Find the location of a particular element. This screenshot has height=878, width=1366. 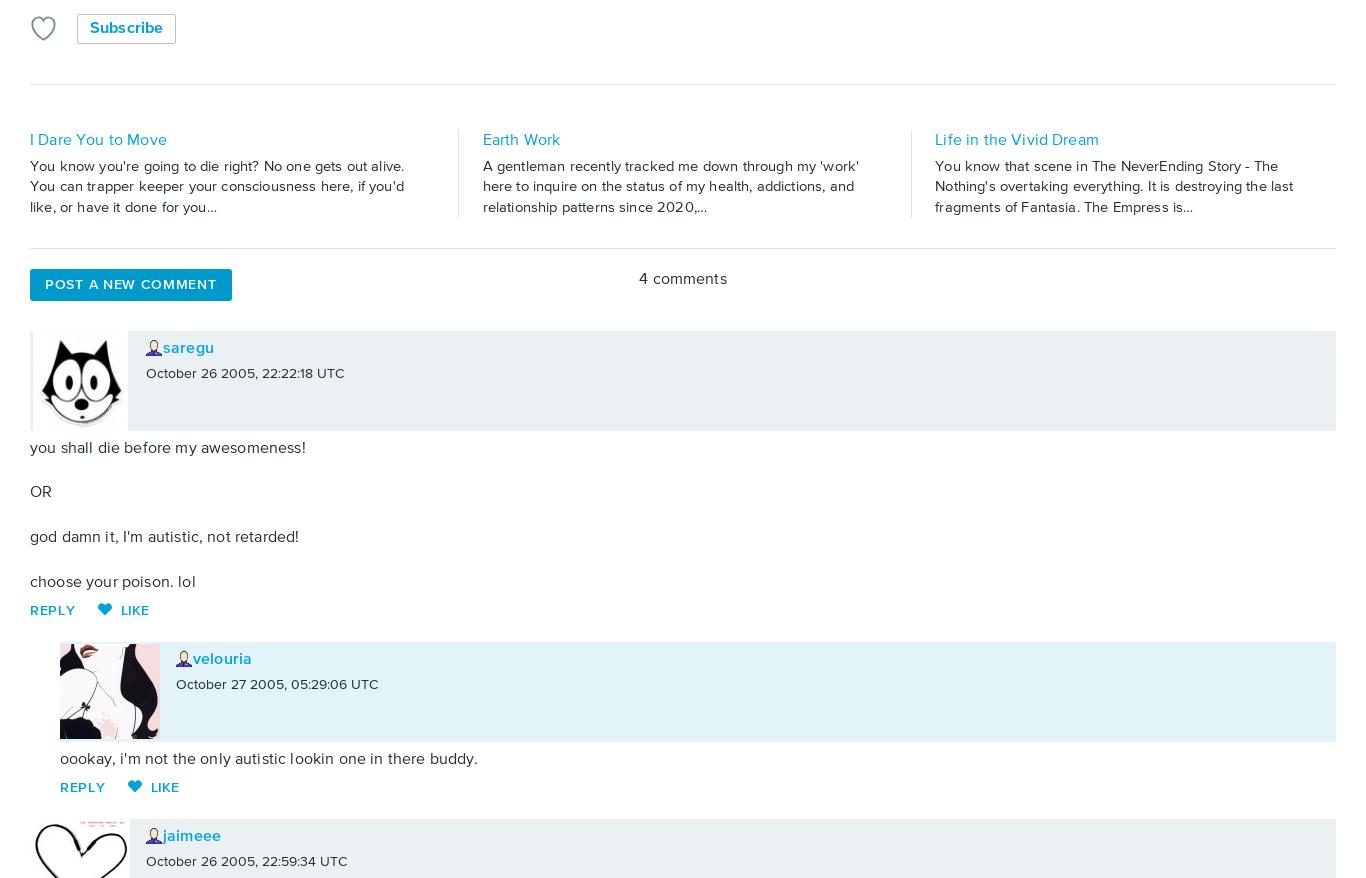

'October 27 2005, 05:29:06 UTC' is located at coordinates (277, 685).